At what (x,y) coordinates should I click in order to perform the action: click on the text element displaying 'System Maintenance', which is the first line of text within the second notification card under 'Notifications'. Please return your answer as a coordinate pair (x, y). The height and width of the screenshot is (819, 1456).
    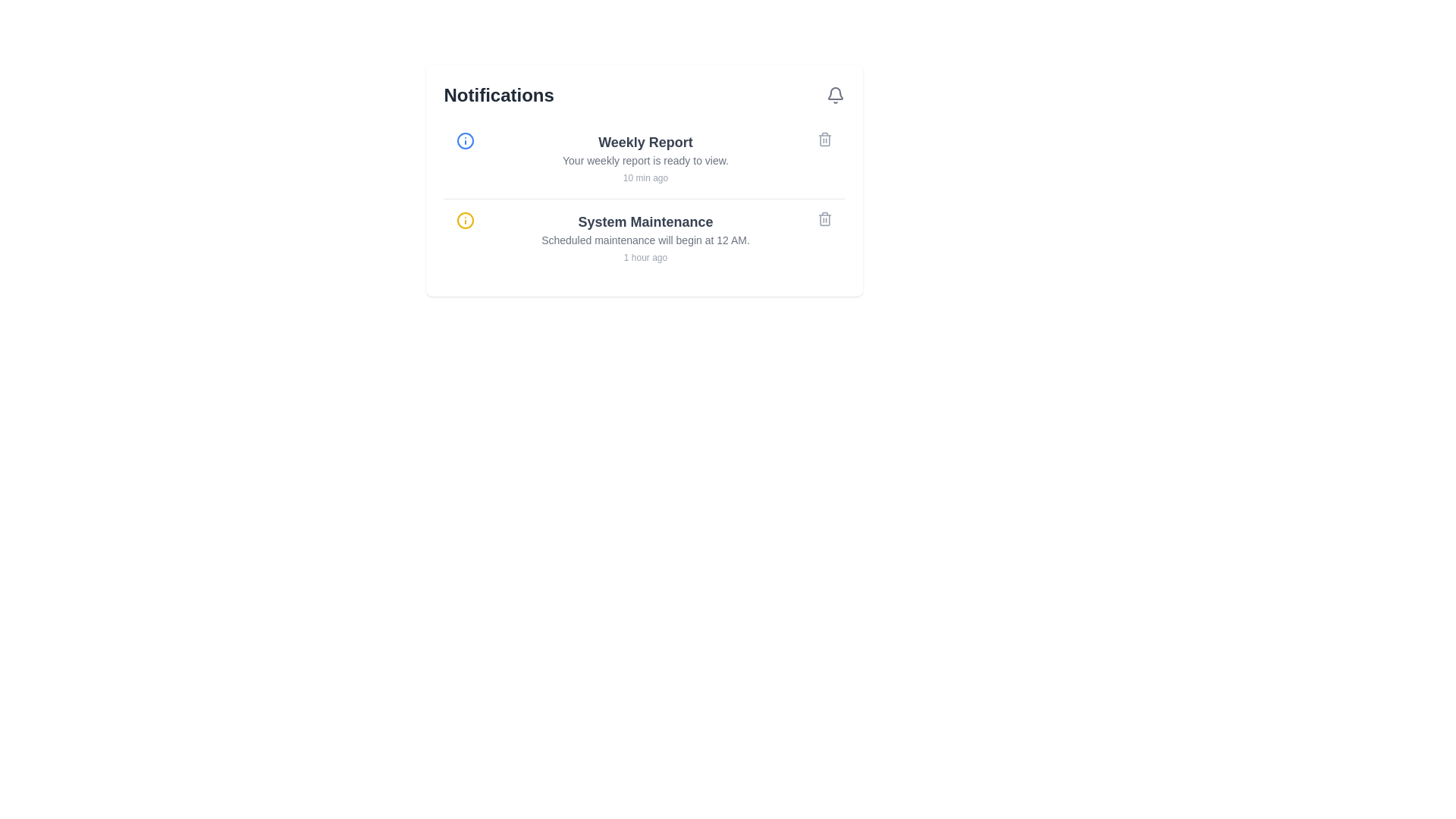
    Looking at the image, I should click on (645, 222).